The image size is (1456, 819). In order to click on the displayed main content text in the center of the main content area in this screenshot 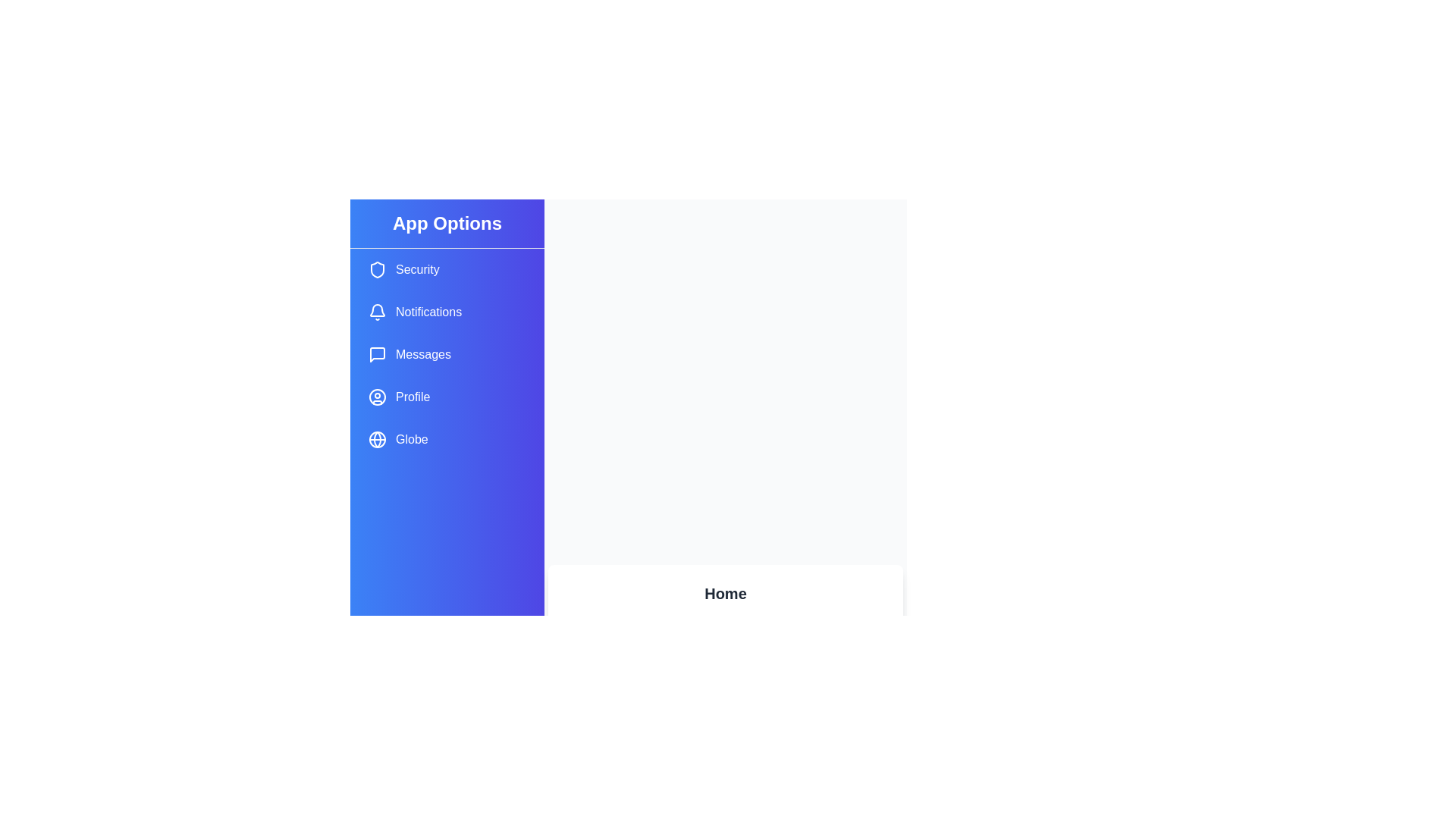, I will do `click(723, 607)`.